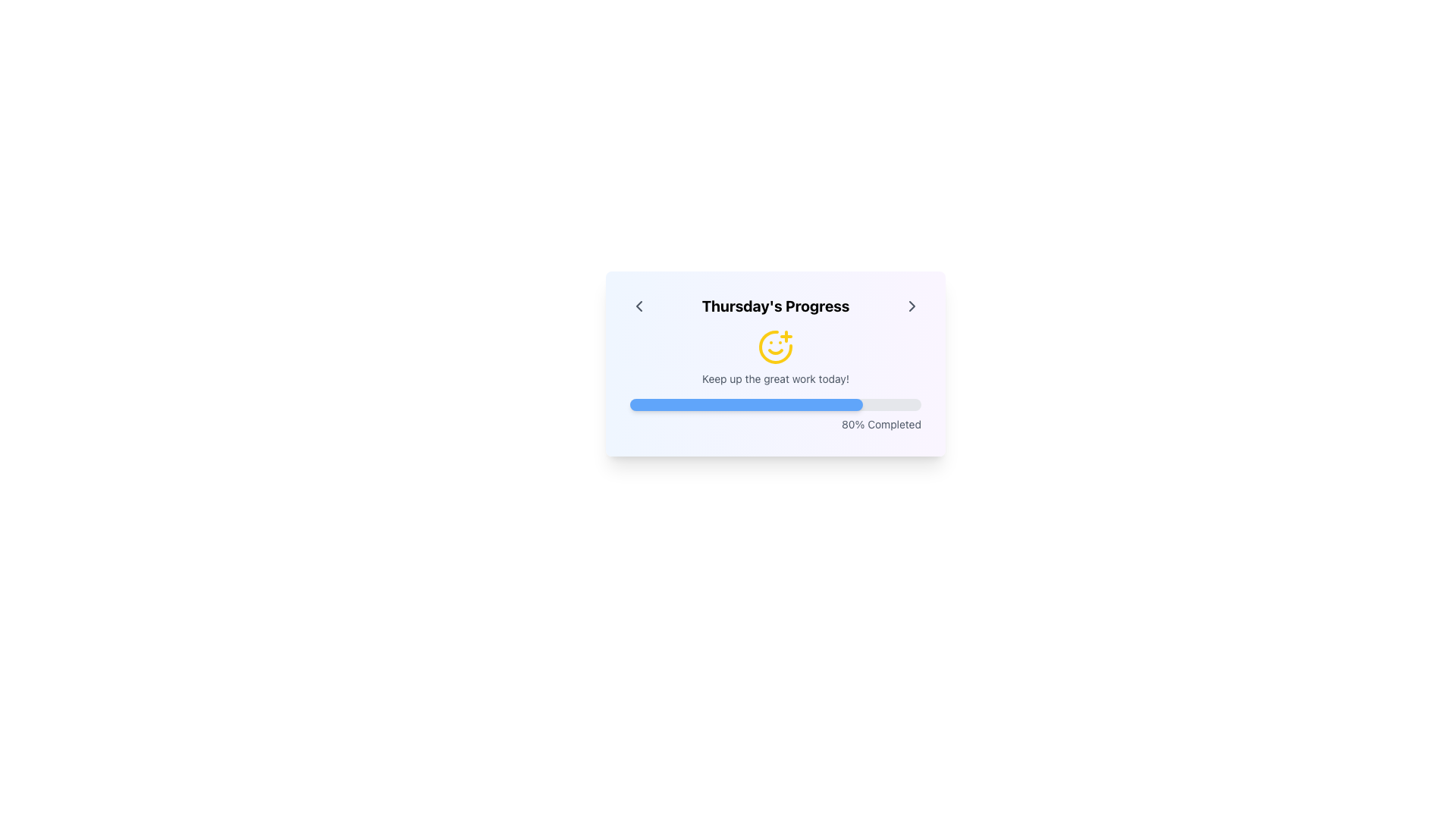 The width and height of the screenshot is (1456, 819). Describe the element at coordinates (775, 357) in the screenshot. I see `the motivational feedback text label located in the middle section of the progress tracking card, positioned below the yellow smiling face icon and above the progress bar` at that location.